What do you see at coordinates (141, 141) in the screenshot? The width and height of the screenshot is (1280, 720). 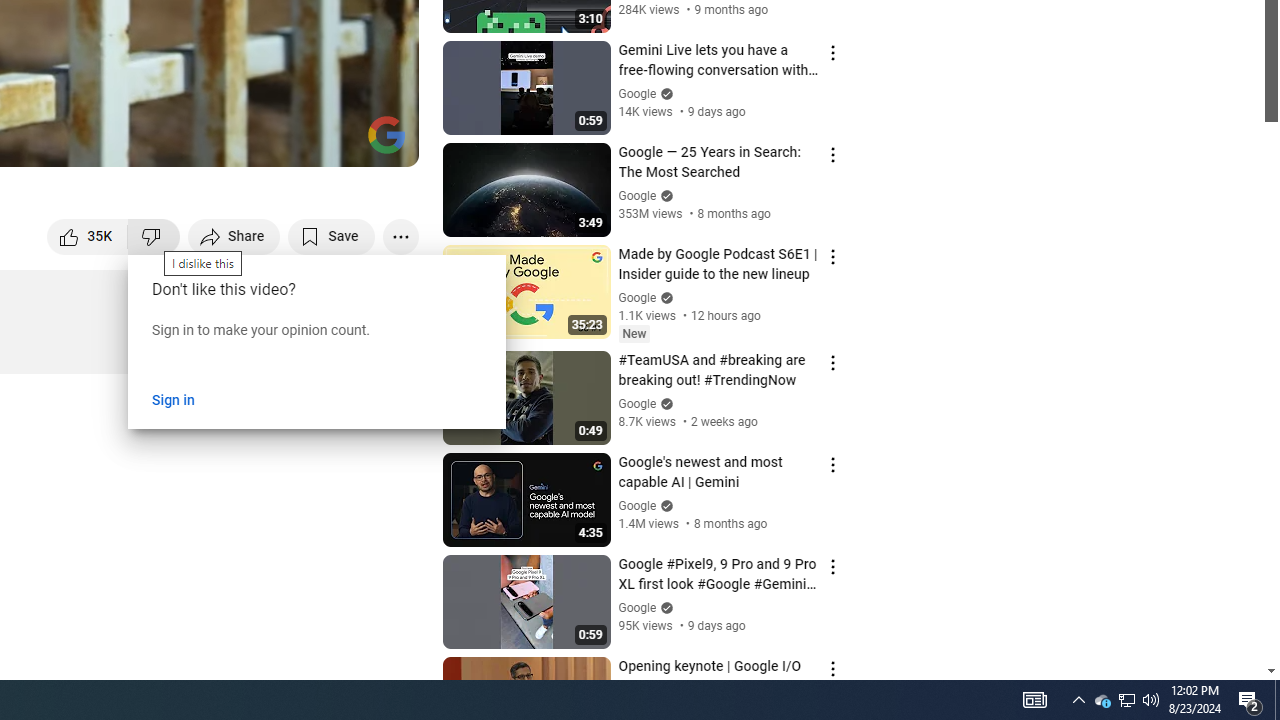 I see `'Autoplay is on'` at bounding box center [141, 141].